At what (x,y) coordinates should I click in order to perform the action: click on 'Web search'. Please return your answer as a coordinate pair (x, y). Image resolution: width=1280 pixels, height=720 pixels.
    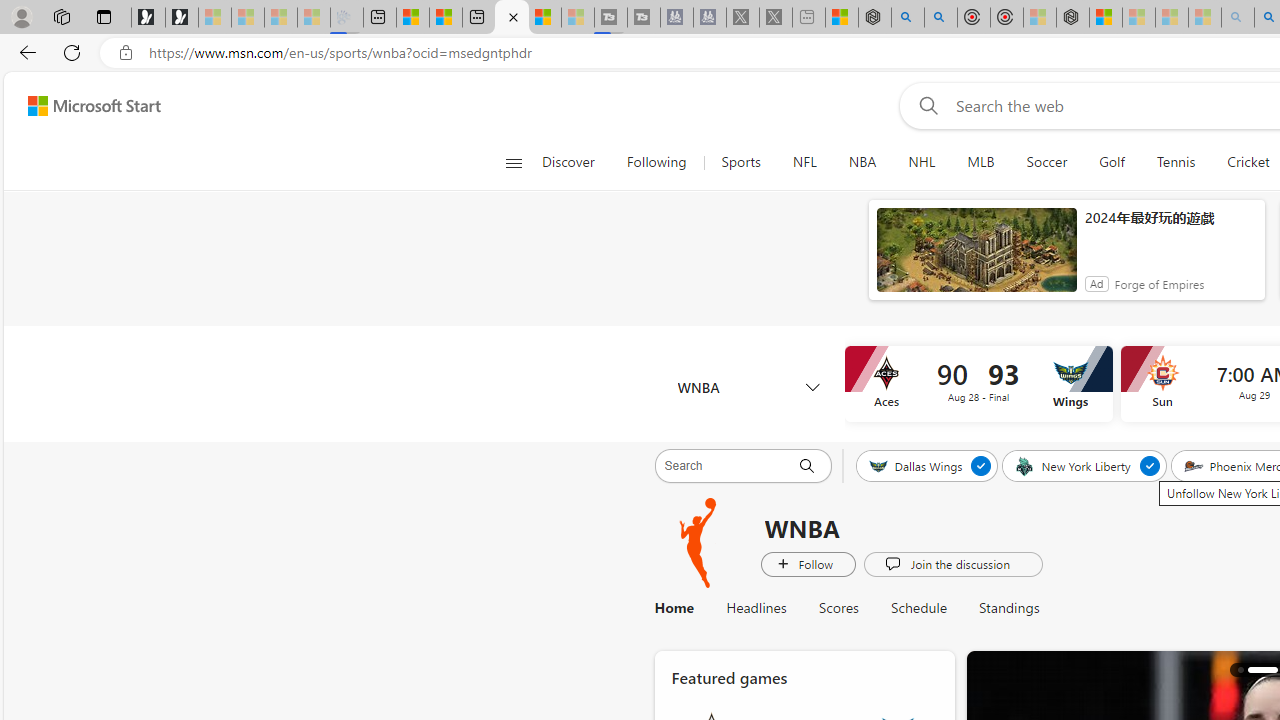
    Looking at the image, I should click on (923, 105).